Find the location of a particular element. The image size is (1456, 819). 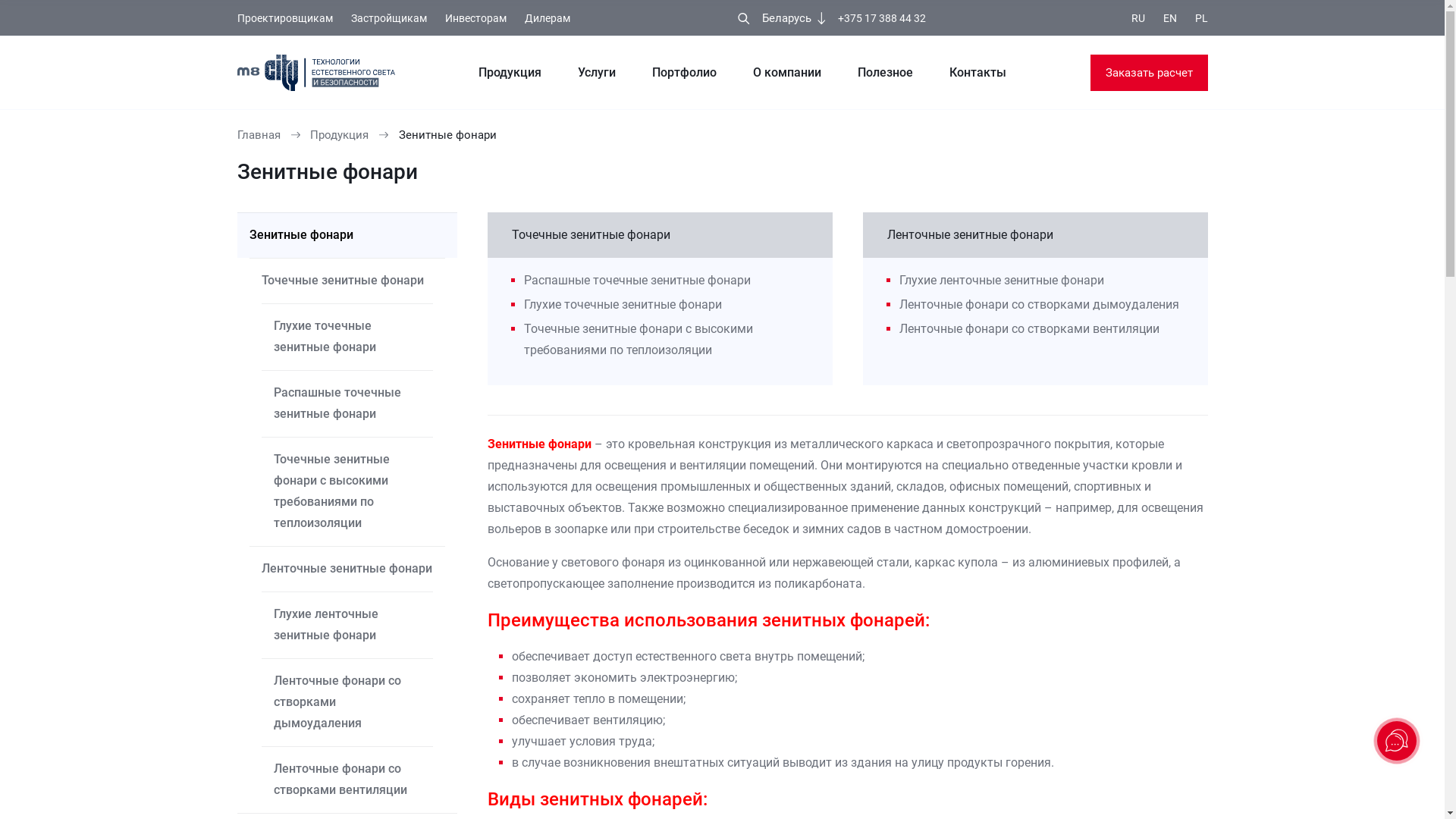

'PL' is located at coordinates (1200, 18).